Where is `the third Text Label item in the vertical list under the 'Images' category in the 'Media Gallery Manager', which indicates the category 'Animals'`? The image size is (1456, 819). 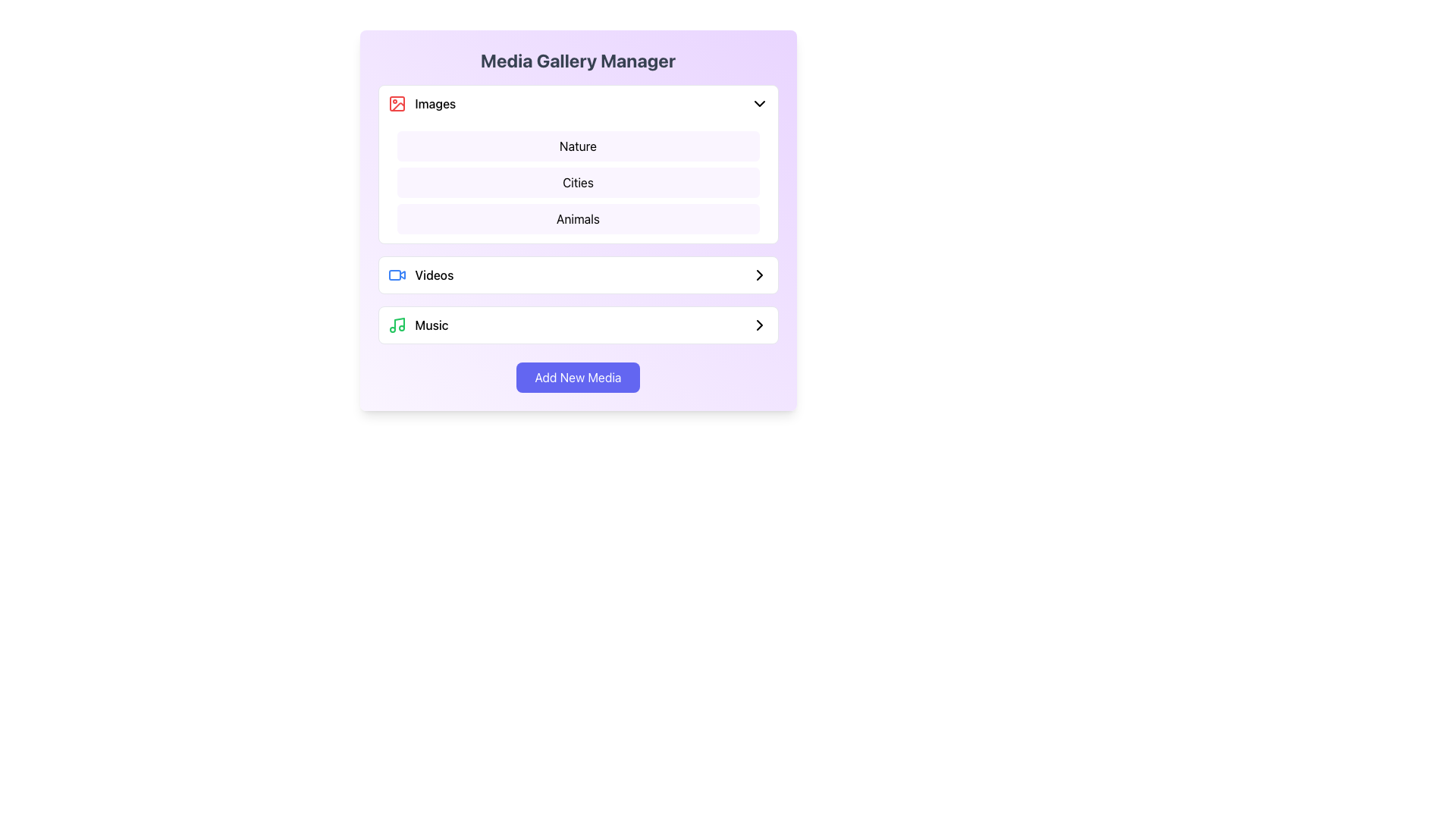 the third Text Label item in the vertical list under the 'Images' category in the 'Media Gallery Manager', which indicates the category 'Animals' is located at coordinates (577, 219).